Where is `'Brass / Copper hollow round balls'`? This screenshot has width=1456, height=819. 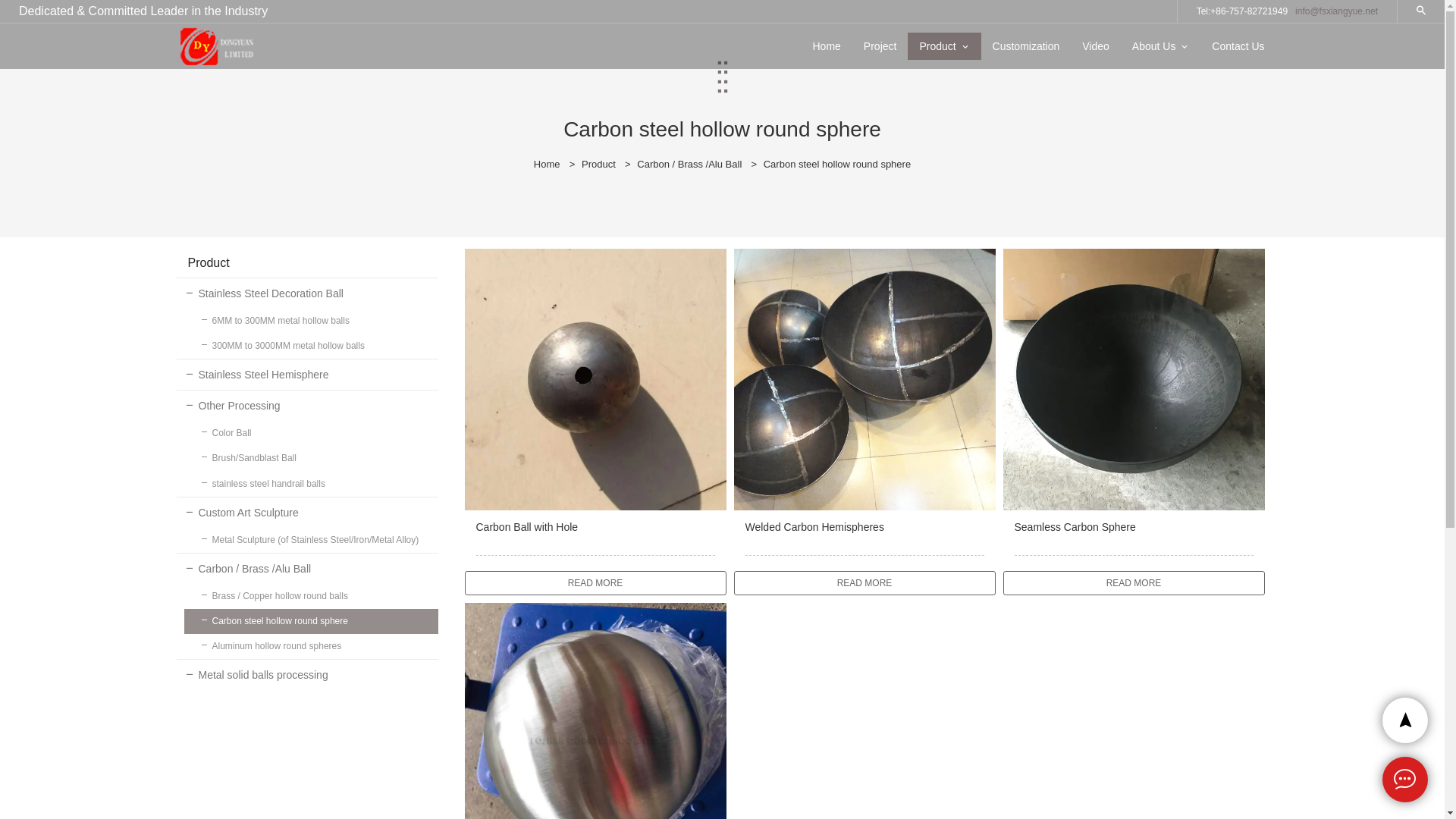 'Brass / Copper hollow round balls' is located at coordinates (309, 595).